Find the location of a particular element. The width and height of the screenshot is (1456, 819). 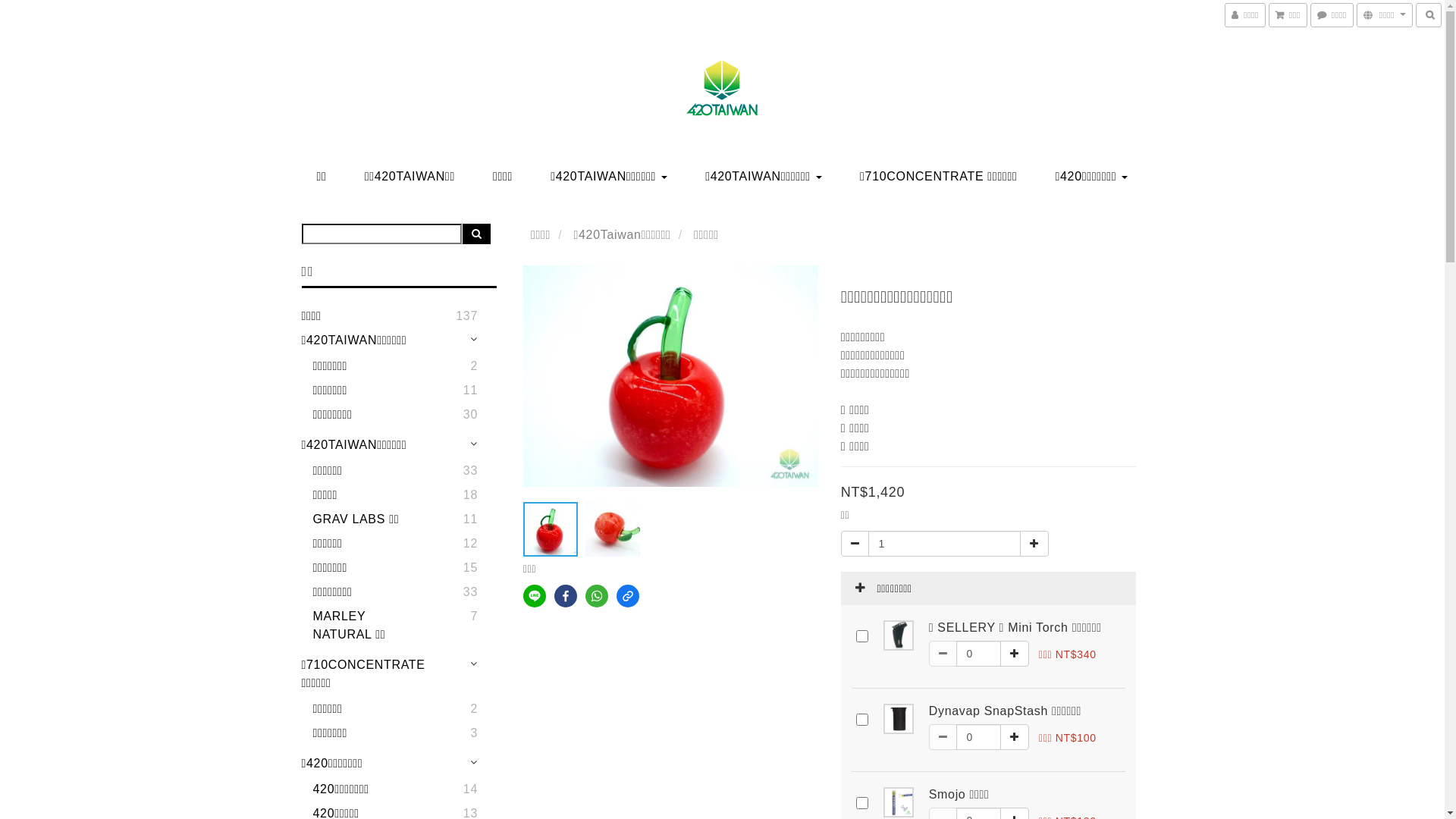

'facebook' is located at coordinates (564, 595).